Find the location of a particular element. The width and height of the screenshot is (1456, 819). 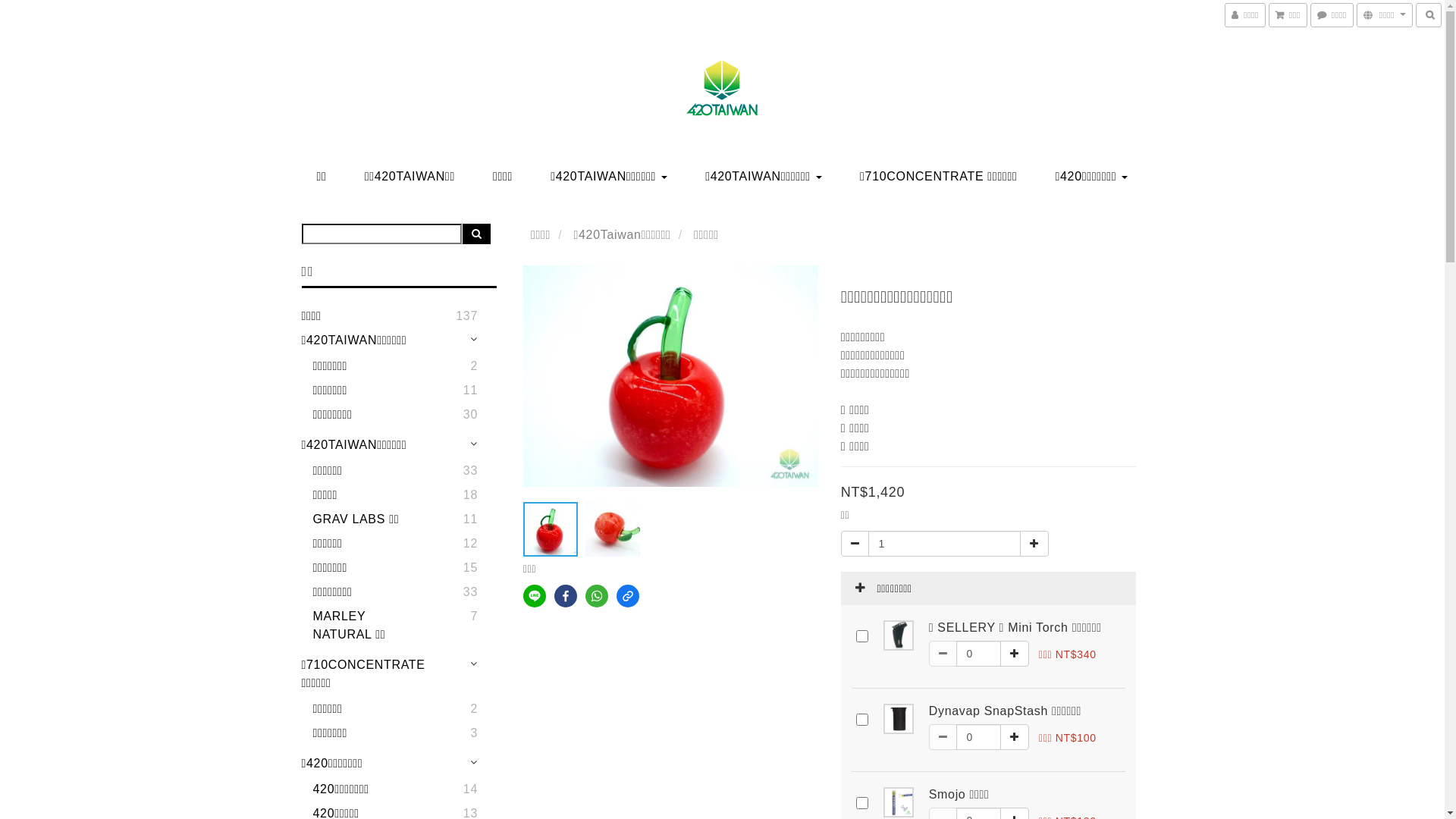

'facebook' is located at coordinates (564, 595).